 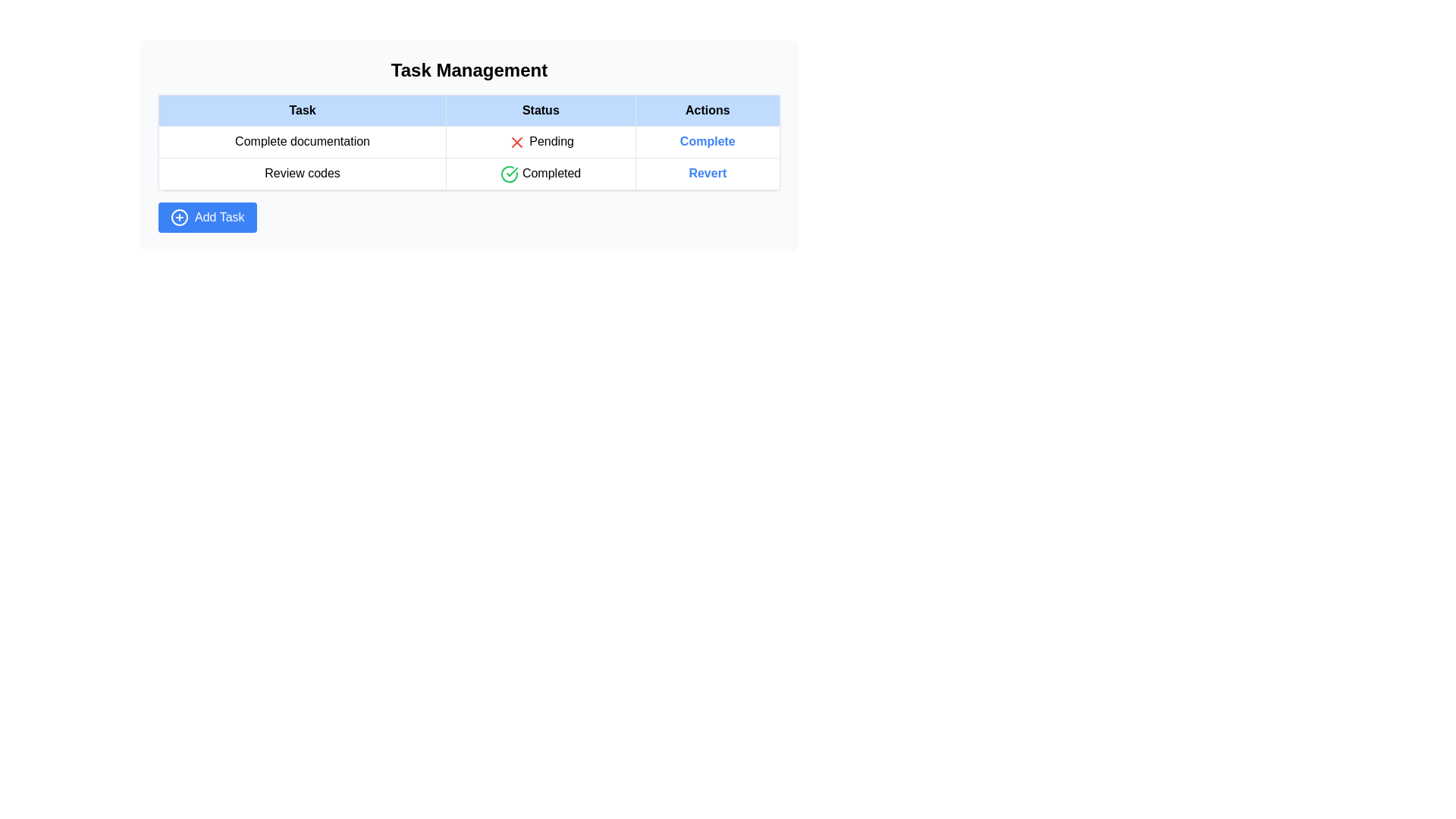 What do you see at coordinates (707, 142) in the screenshot?
I see `the 'Complete' hyperlink in the 'Actions' column of the 'Task Management' table to observe visual feedback` at bounding box center [707, 142].